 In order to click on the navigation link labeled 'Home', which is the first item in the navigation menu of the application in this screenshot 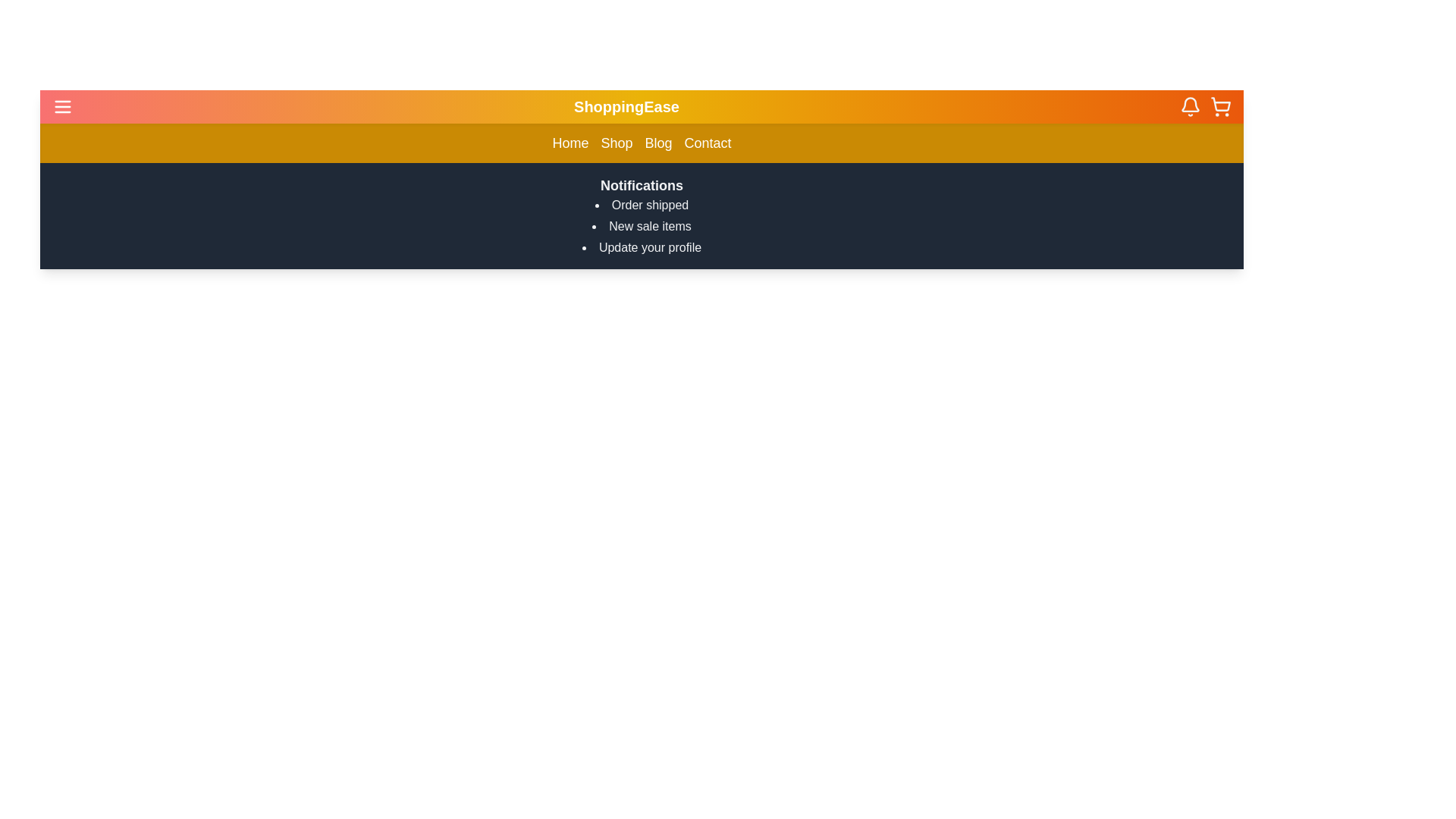, I will do `click(570, 143)`.